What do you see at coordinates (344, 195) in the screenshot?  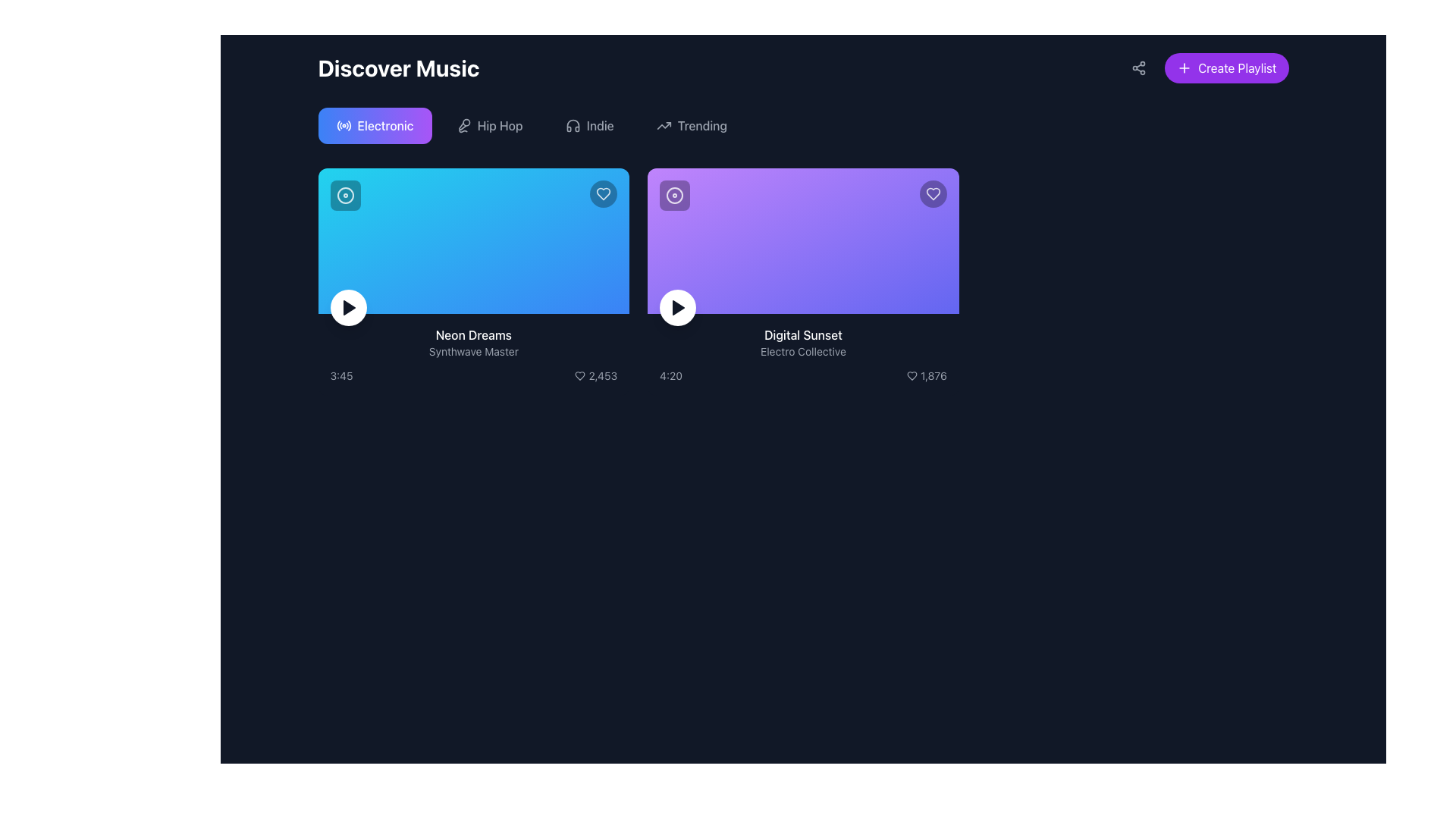 I see `the larger circular SVG graphic outlined with a bold stroke, located at the top left corner of the card displaying 'Neon Dreams'` at bounding box center [344, 195].